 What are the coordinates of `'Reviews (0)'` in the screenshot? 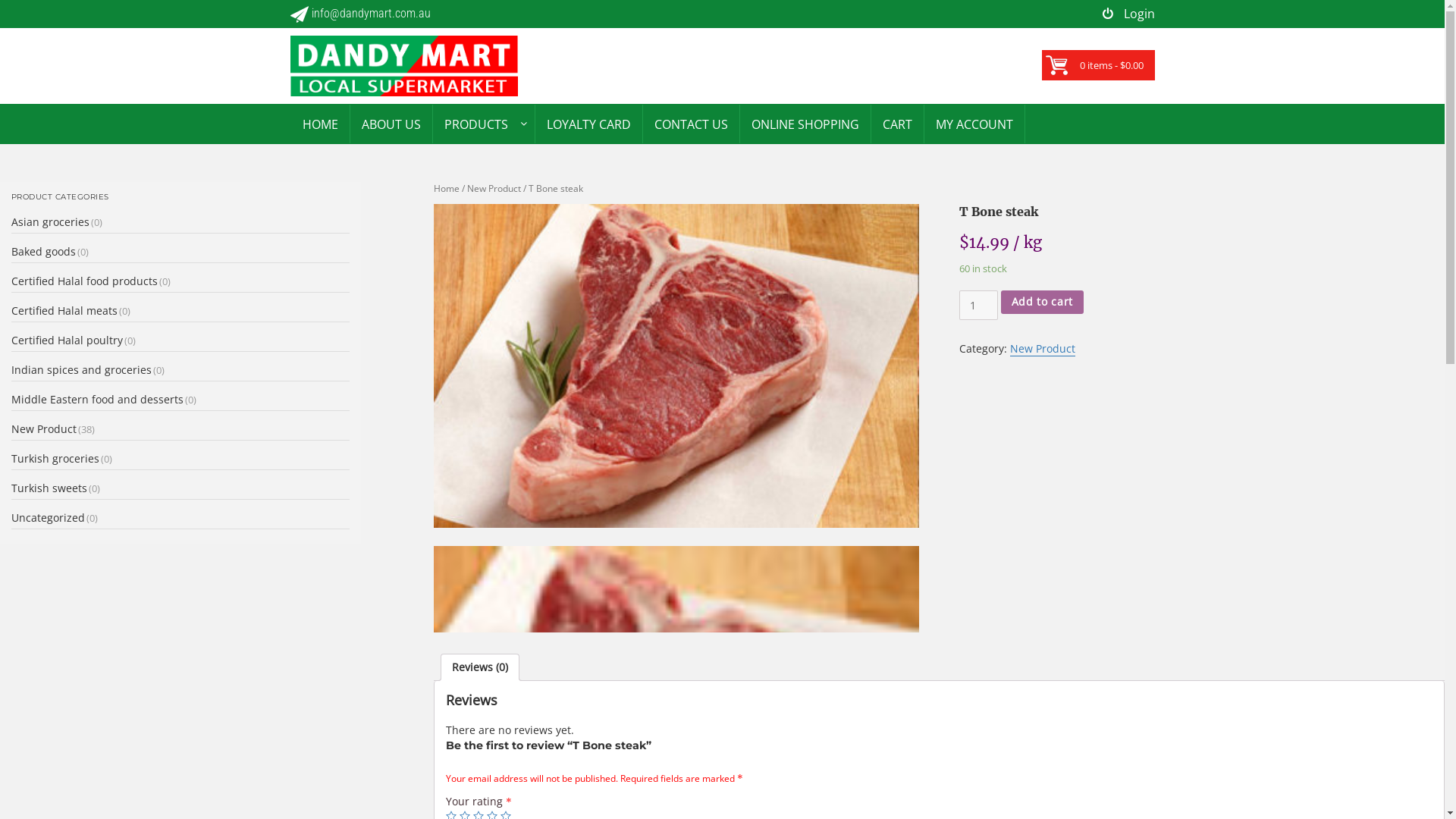 It's located at (479, 666).